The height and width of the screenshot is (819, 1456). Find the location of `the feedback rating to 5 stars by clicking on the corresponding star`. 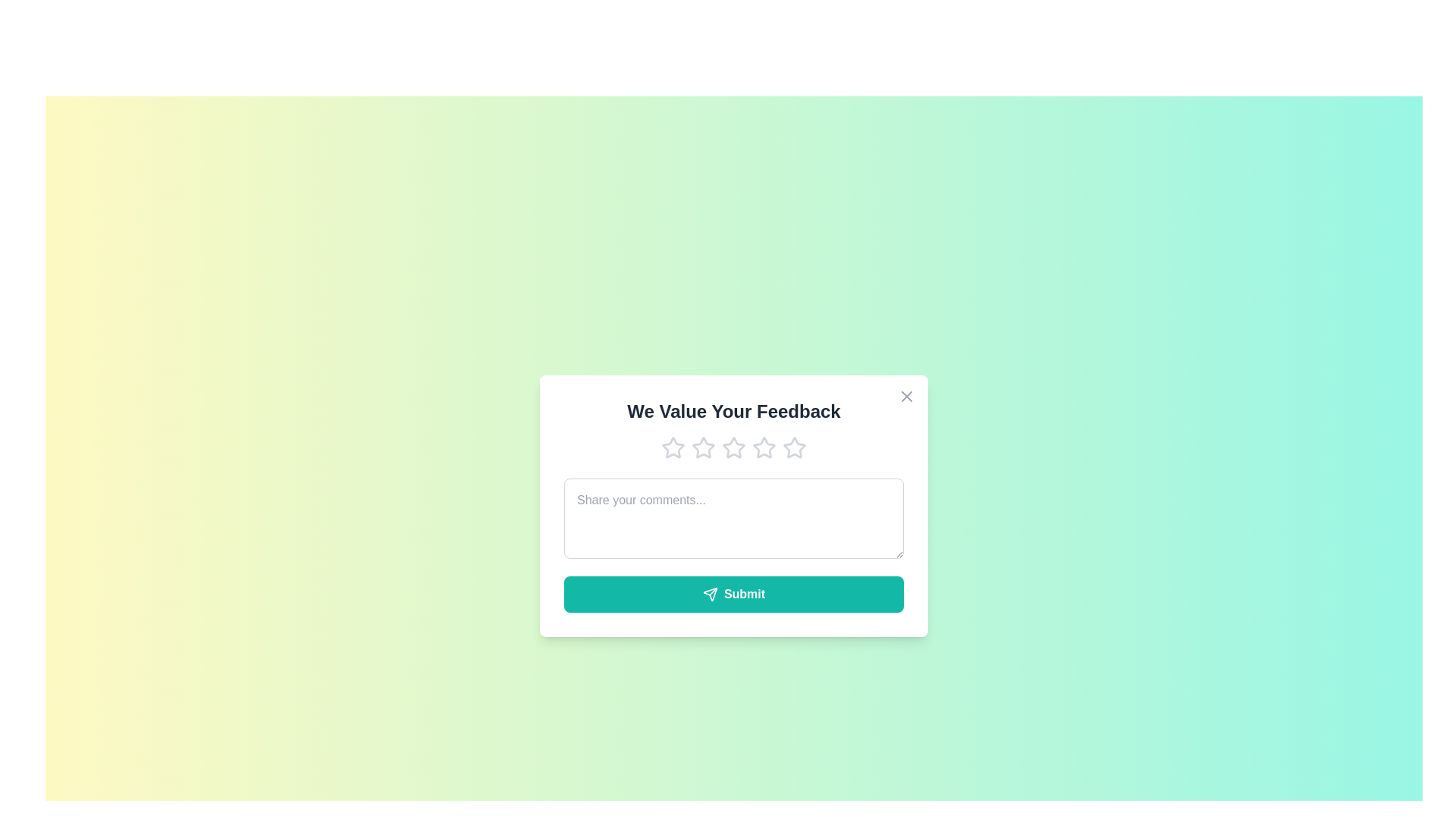

the feedback rating to 5 stars by clicking on the corresponding star is located at coordinates (793, 447).